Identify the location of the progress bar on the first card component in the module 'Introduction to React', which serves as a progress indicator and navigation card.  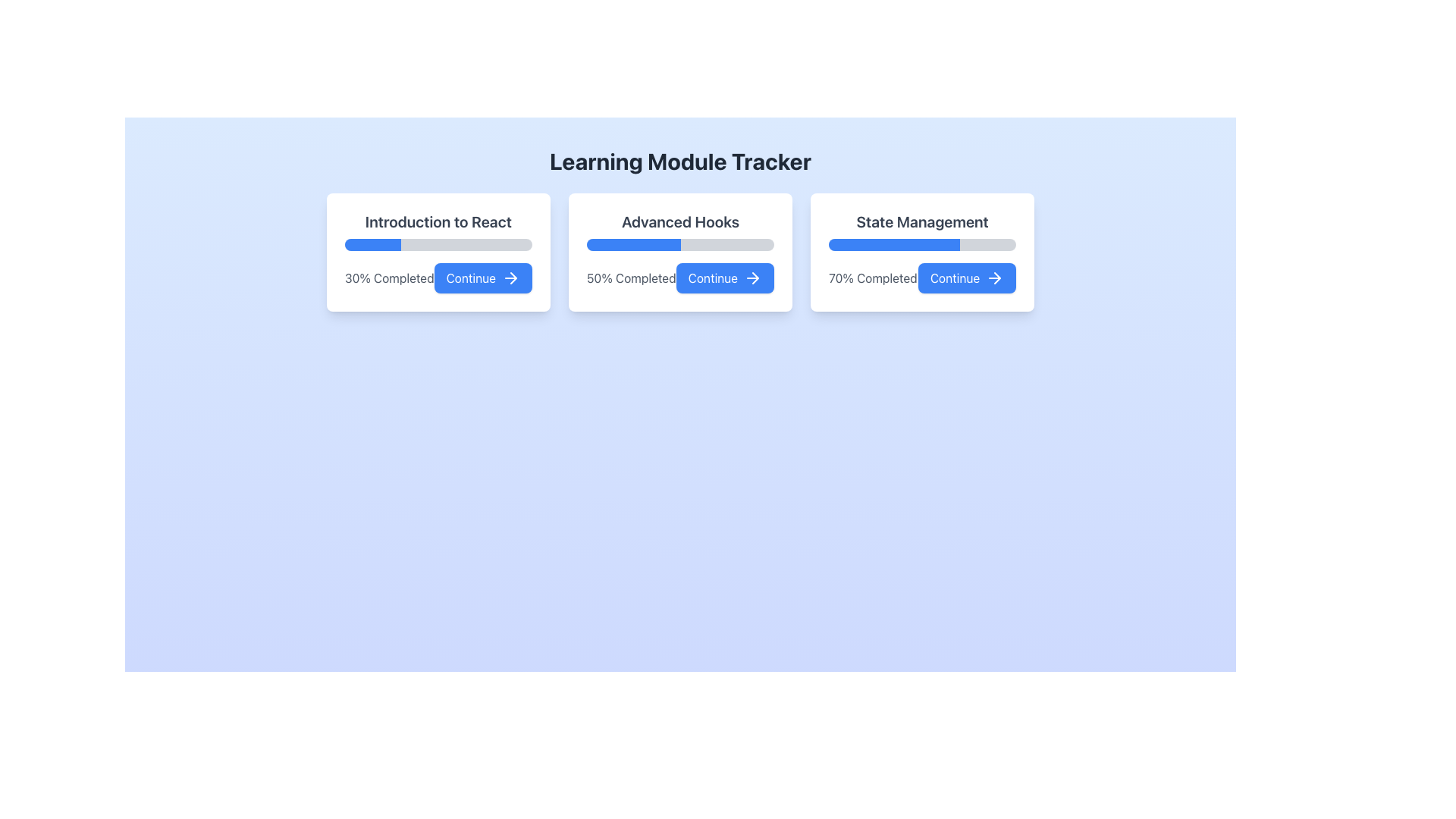
(438, 251).